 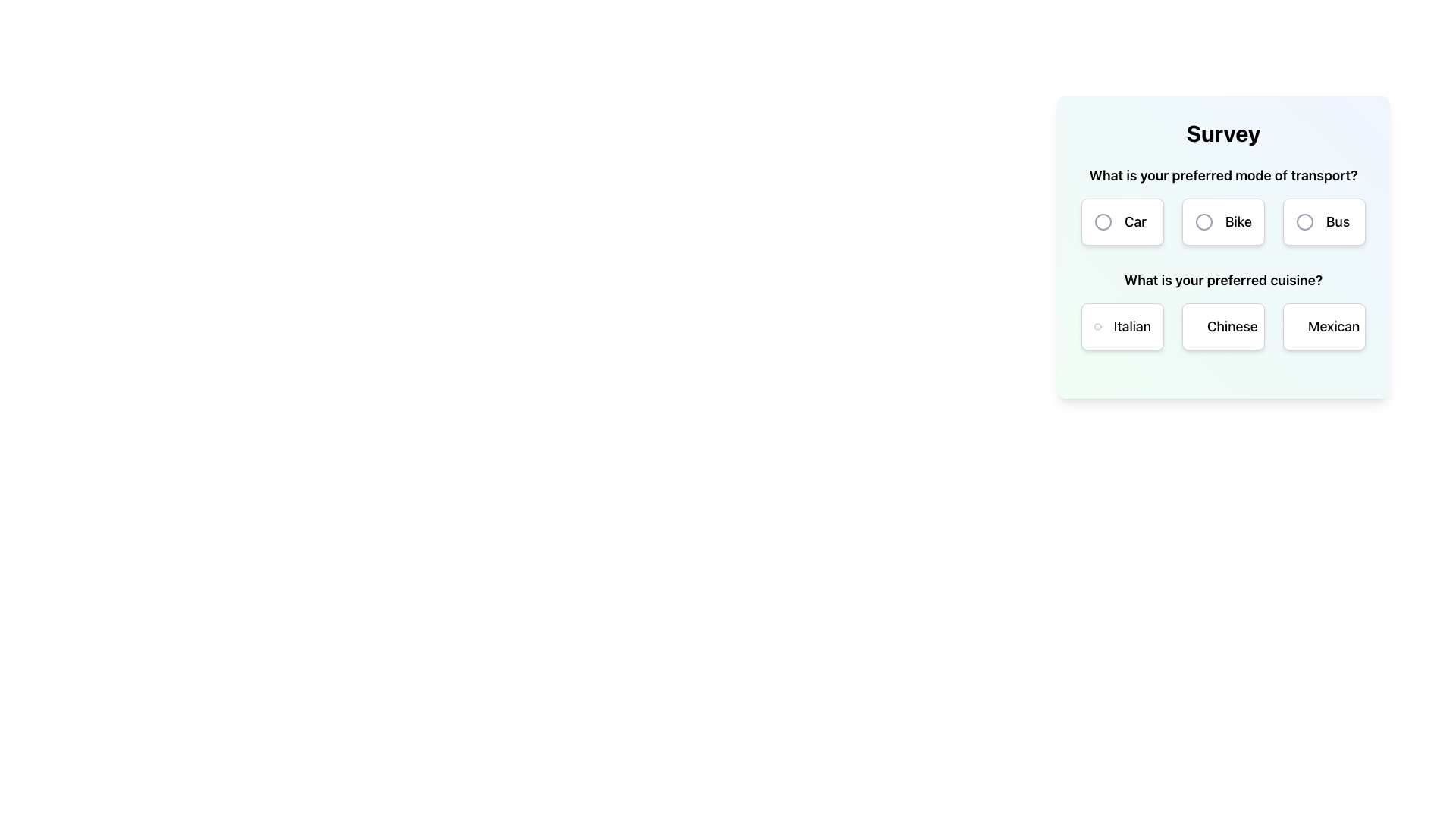 What do you see at coordinates (1223, 222) in the screenshot?
I see `the 'Bike' option button, which is the middle item in a horizontal set of three transport options` at bounding box center [1223, 222].